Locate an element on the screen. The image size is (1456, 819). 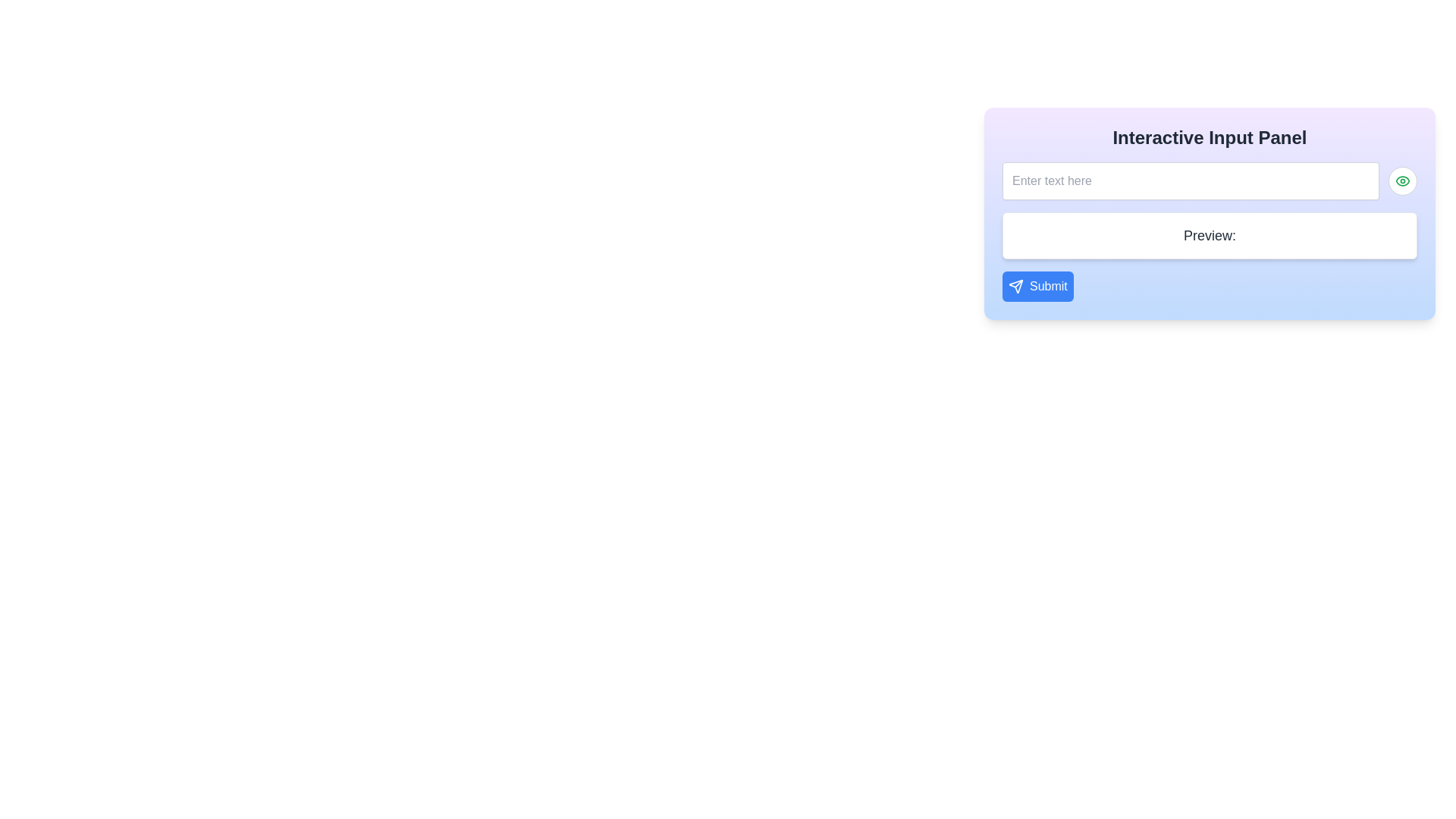
the text label reading 'Preview:' which is styled in a large gray-colored font, located at the top-center of its panel is located at coordinates (1209, 236).